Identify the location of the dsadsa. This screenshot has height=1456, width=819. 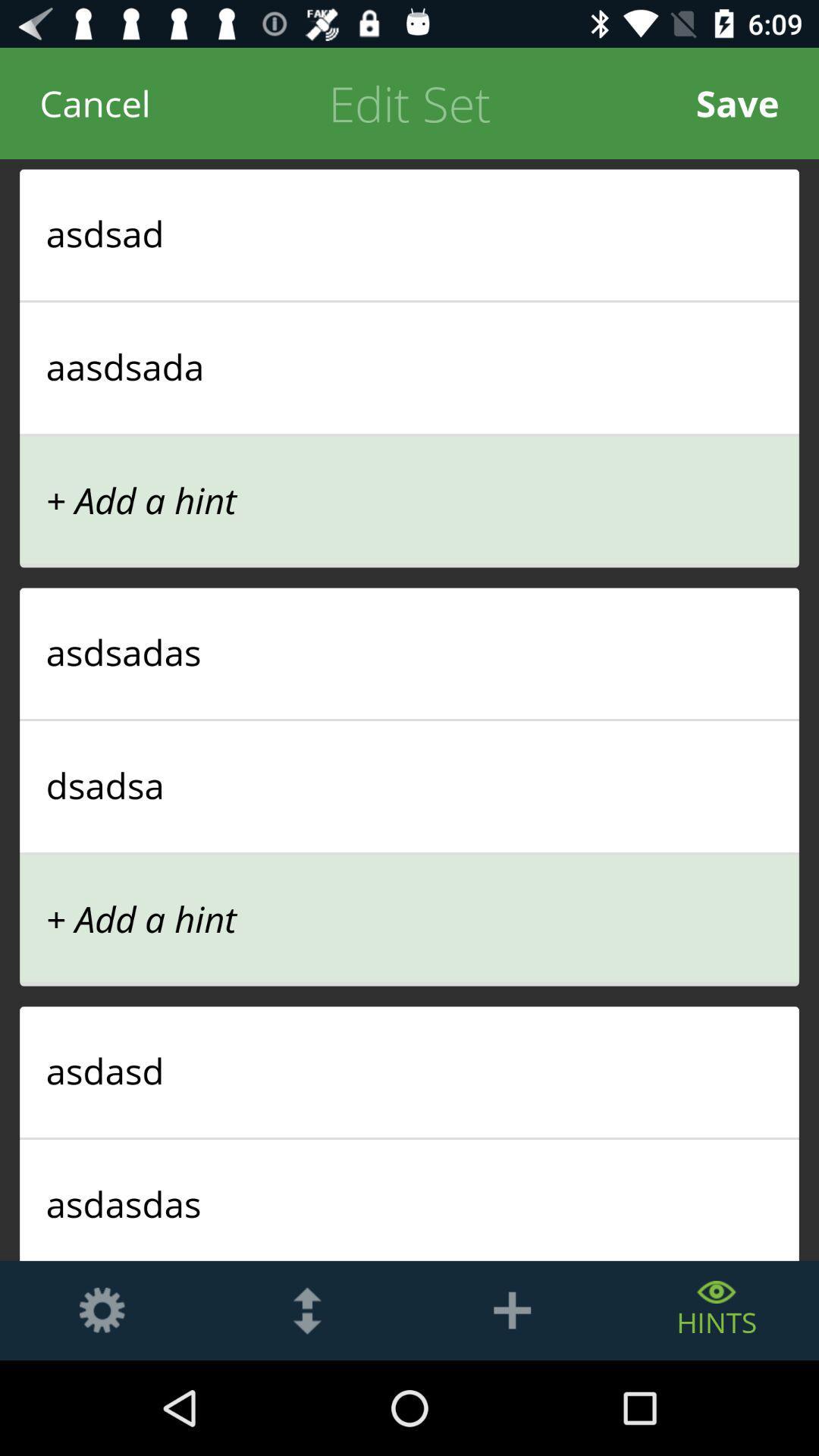
(409, 785).